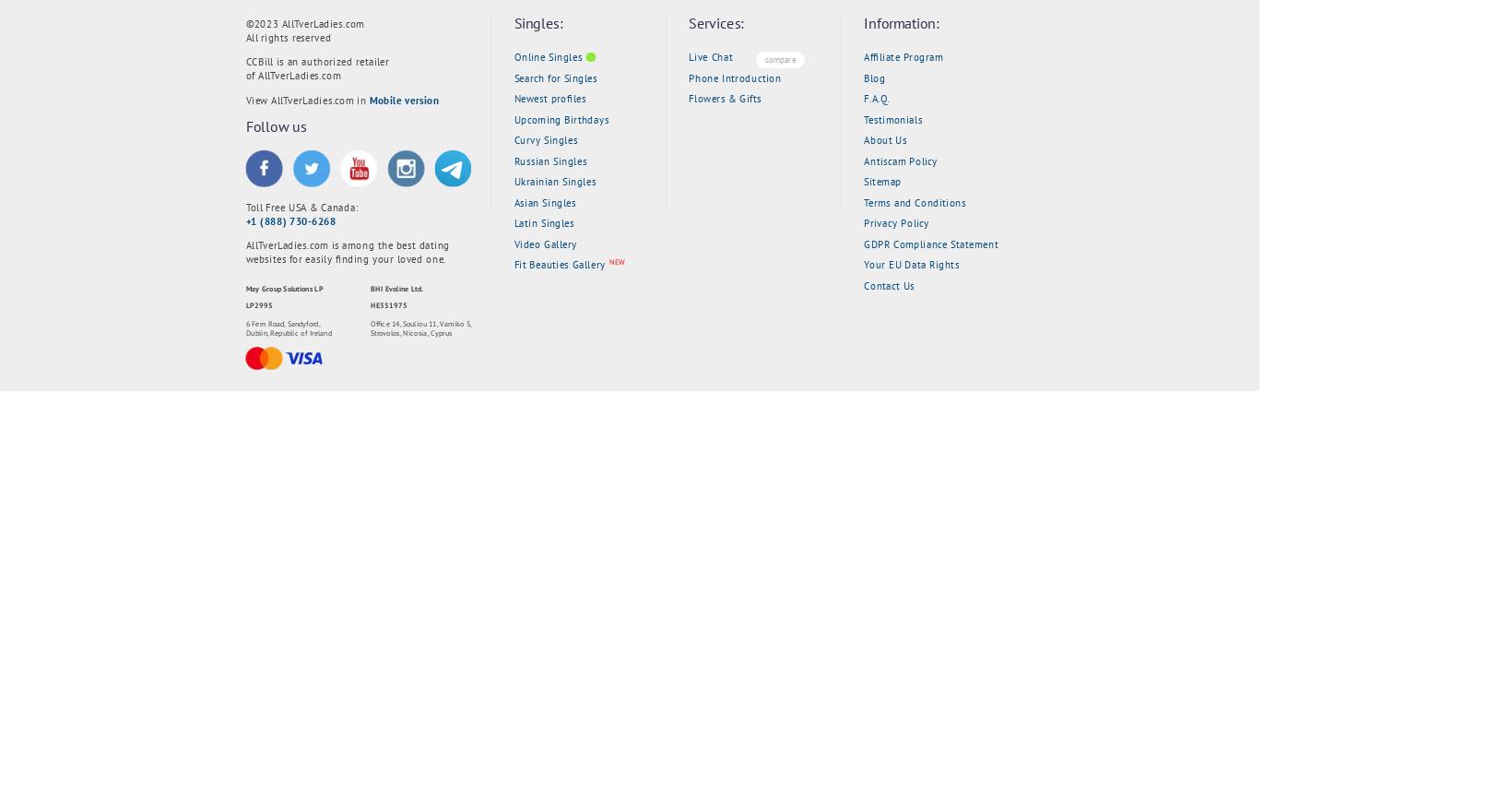  I want to click on 'View AllTverLadies.com in', so click(306, 98).